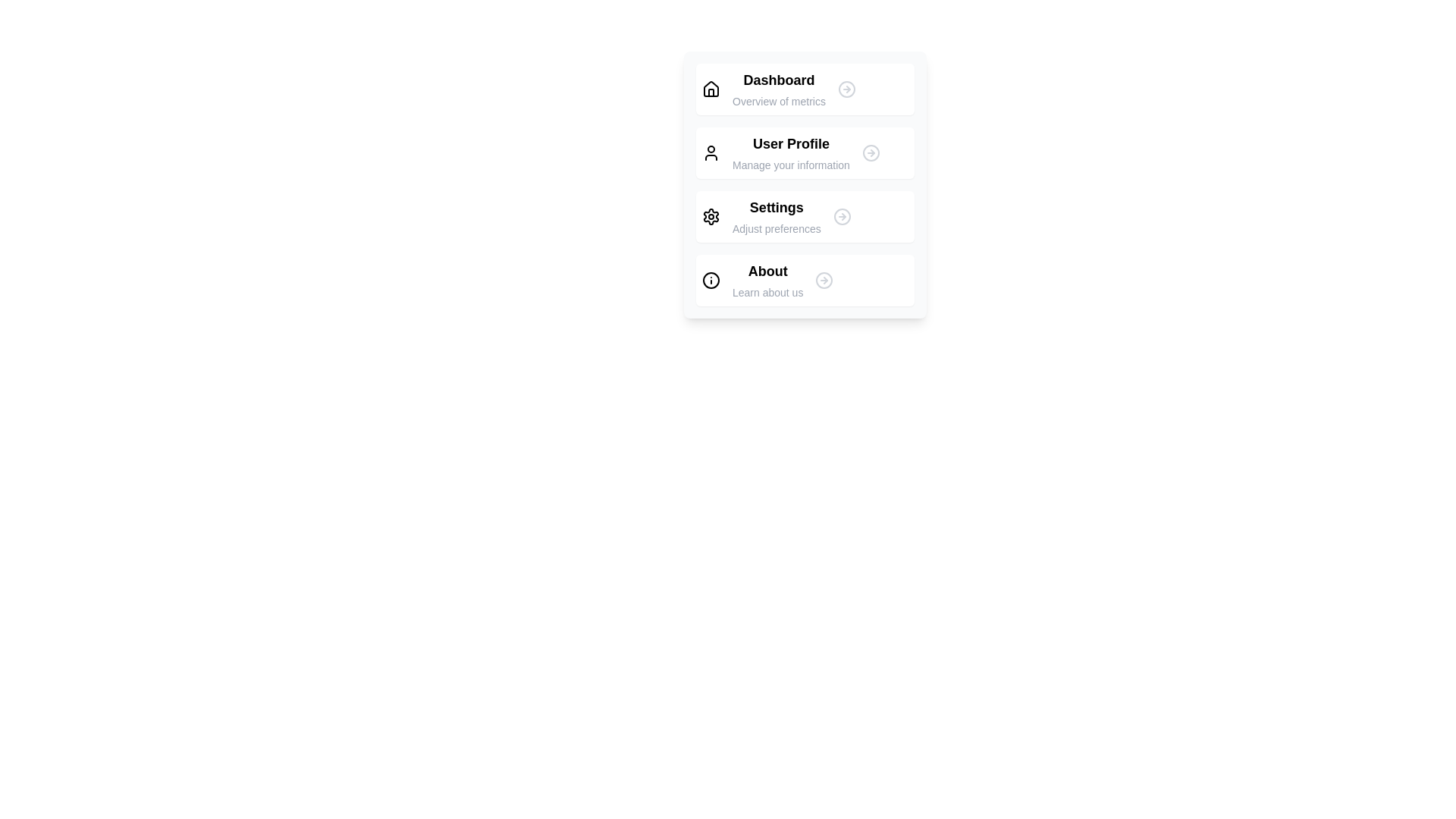  Describe the element at coordinates (804, 216) in the screenshot. I see `the settings navigation button located below 'User Profile' and above 'About Learn about us'` at that location.